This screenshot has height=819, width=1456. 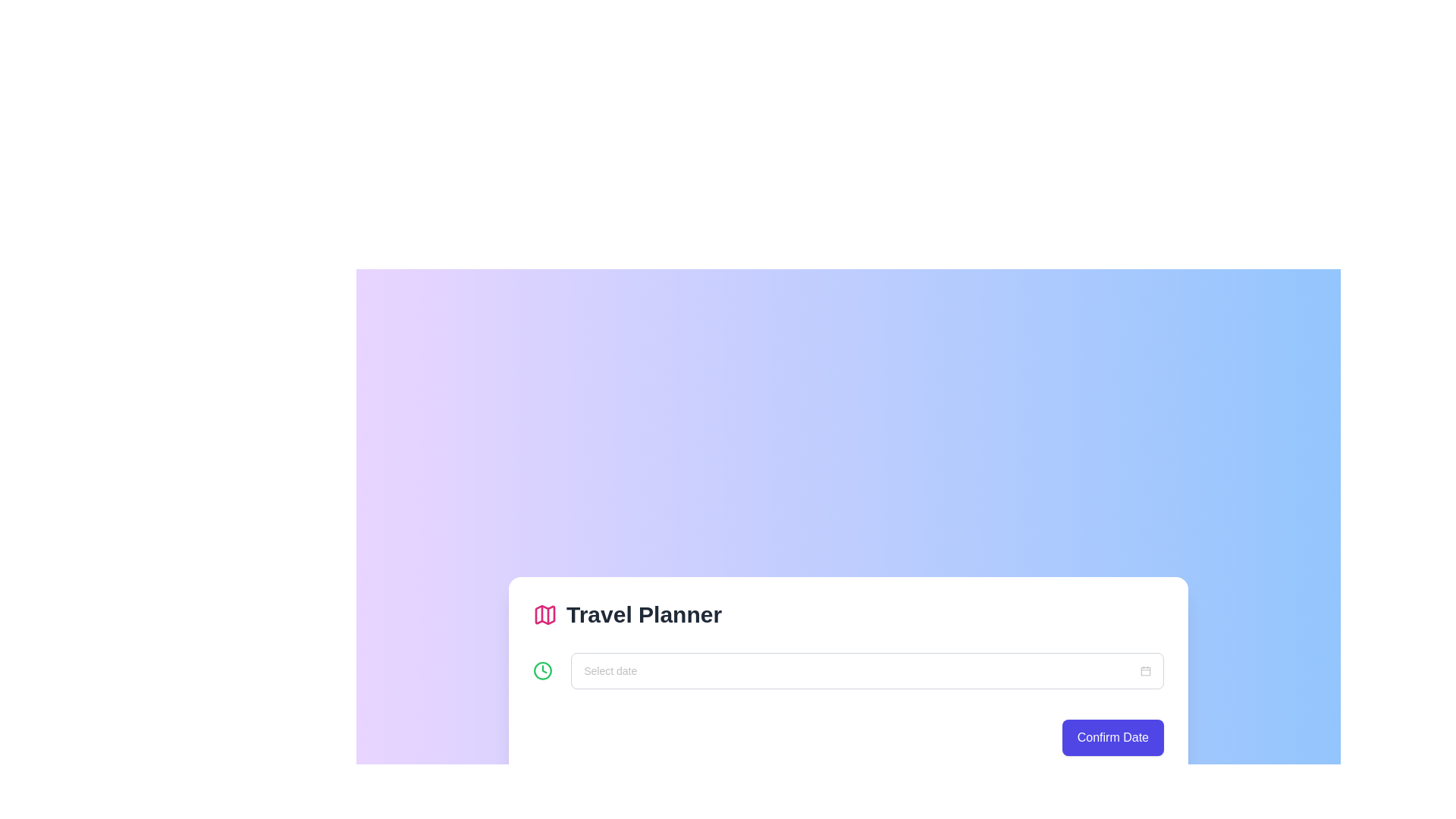 I want to click on the date-picker input field by tabbing to it, which is styled as a box with rounded borders and features a placeholder text 'Select date', so click(x=868, y=670).